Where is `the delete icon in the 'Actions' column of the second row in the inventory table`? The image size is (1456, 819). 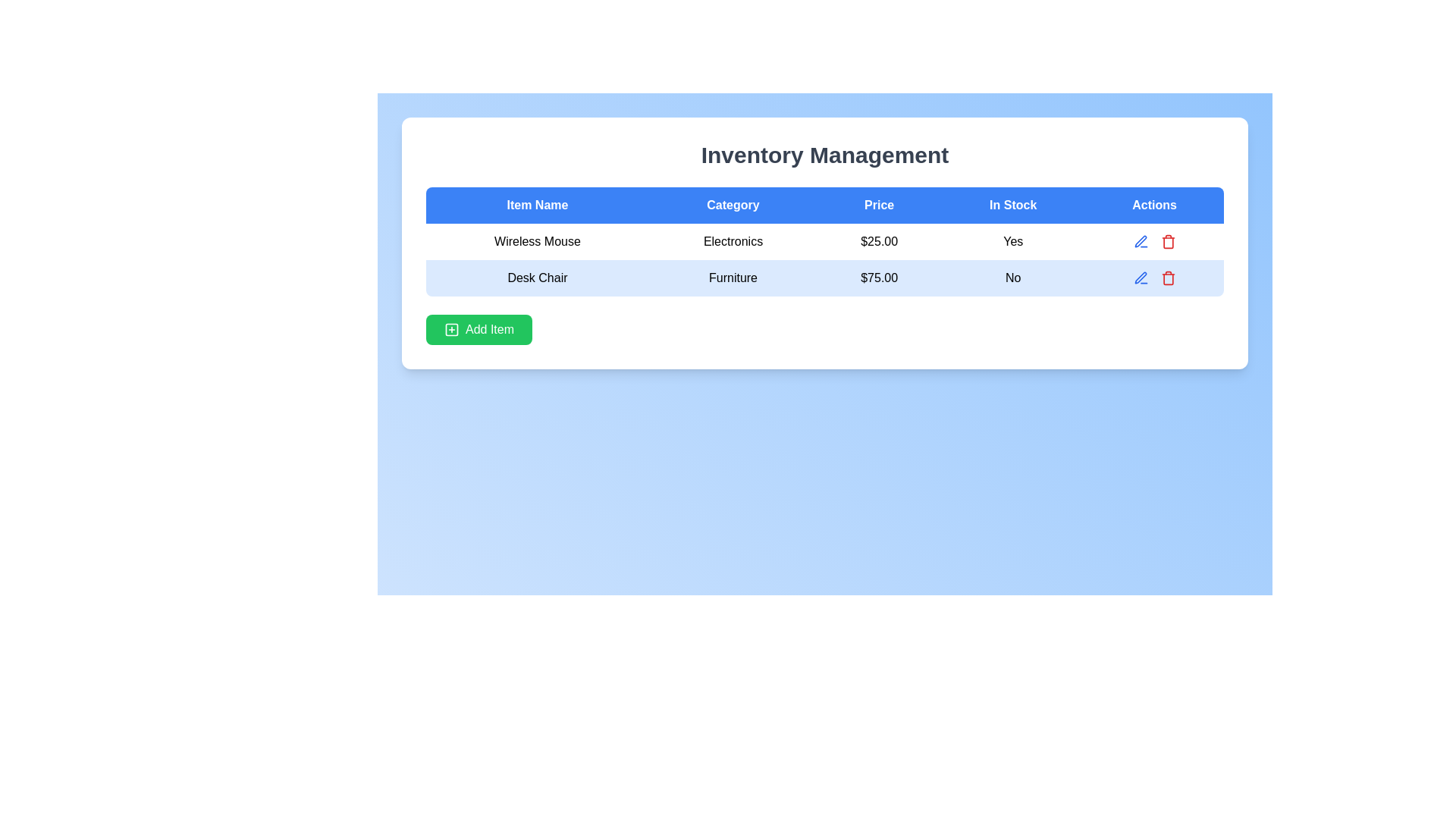
the delete icon in the 'Actions' column of the second row in the inventory table is located at coordinates (1153, 278).